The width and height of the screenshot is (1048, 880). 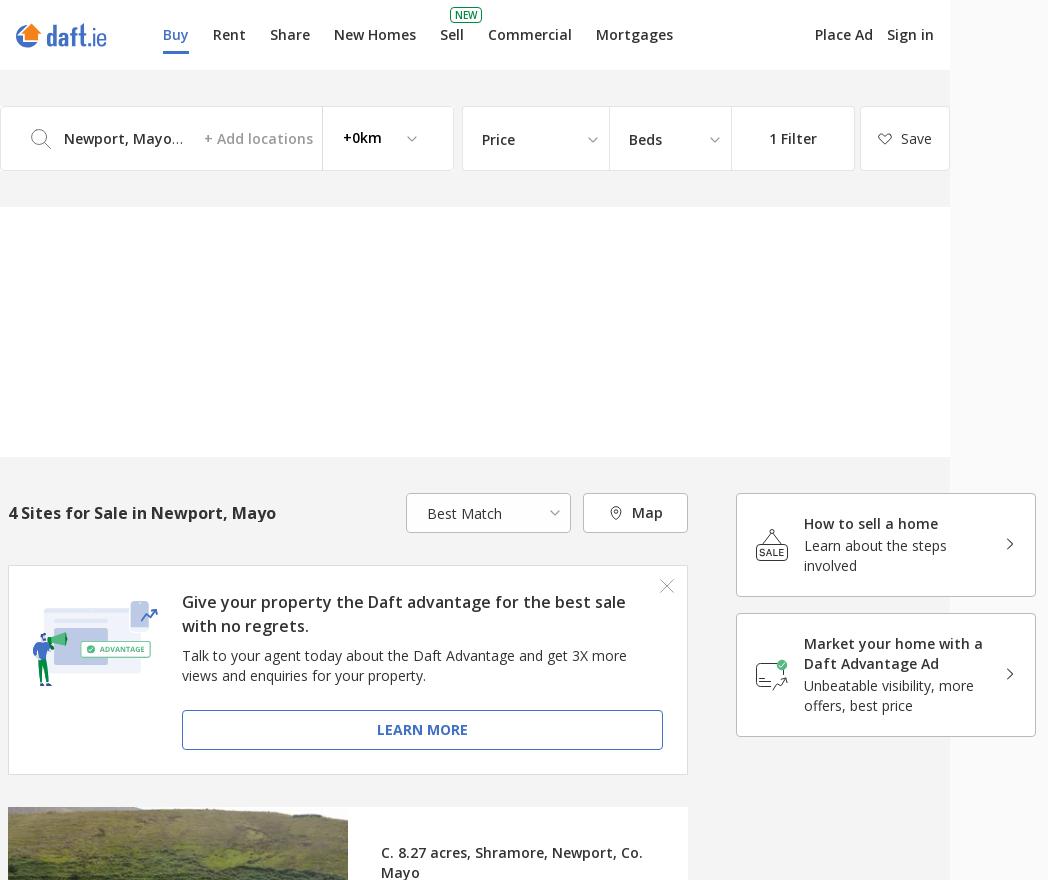 What do you see at coordinates (886, 33) in the screenshot?
I see `'Sign in'` at bounding box center [886, 33].